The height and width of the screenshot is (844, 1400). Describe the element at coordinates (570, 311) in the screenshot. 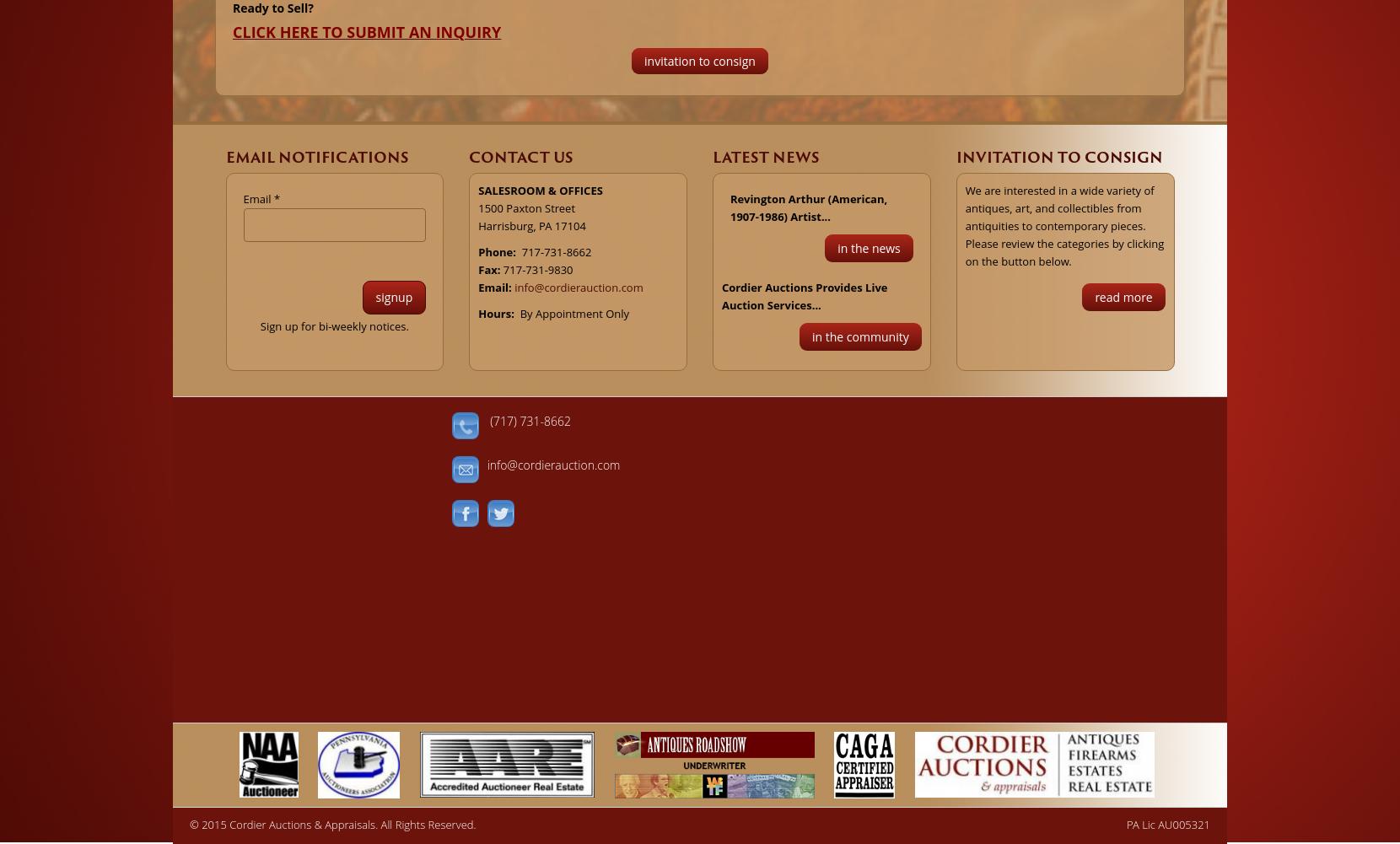

I see `'By Appointment Only'` at that location.